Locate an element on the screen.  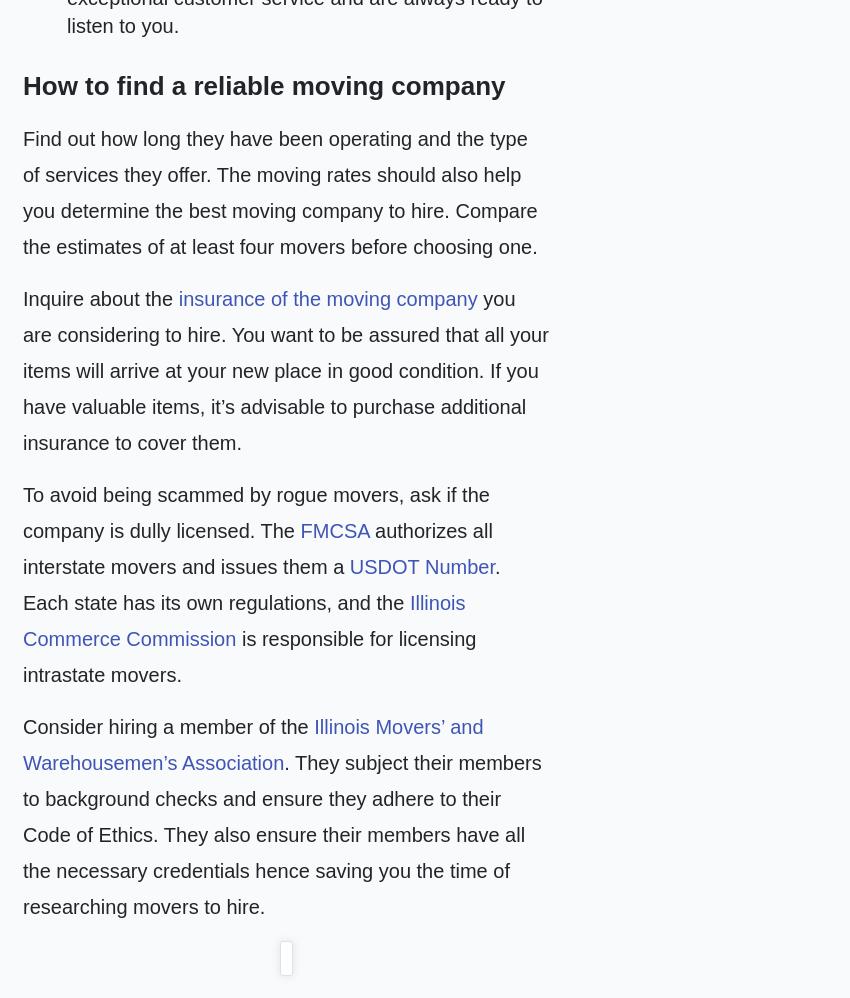
'USDOT Number' is located at coordinates (422, 565).